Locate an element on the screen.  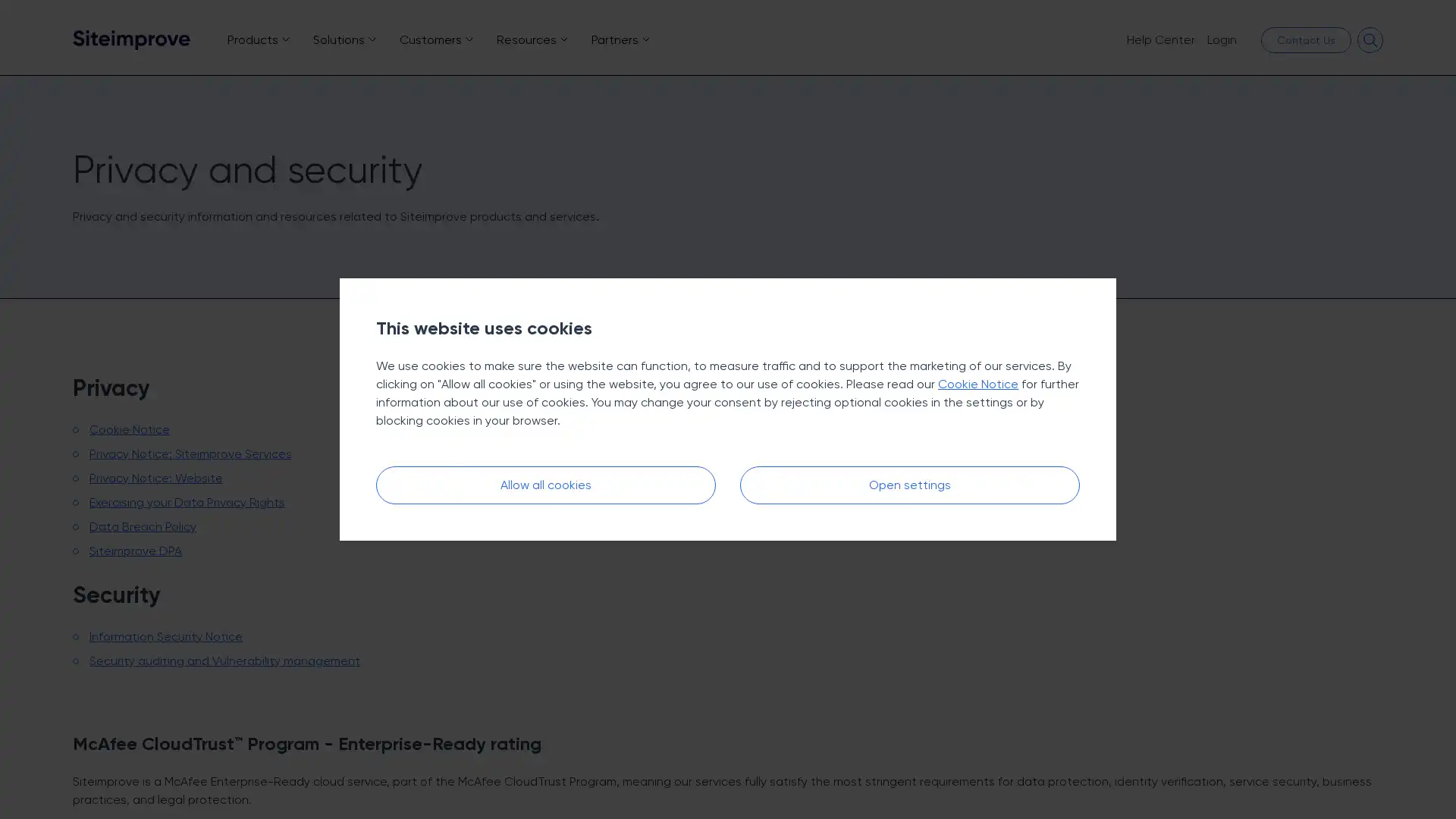
Resources is located at coordinates (531, 38).